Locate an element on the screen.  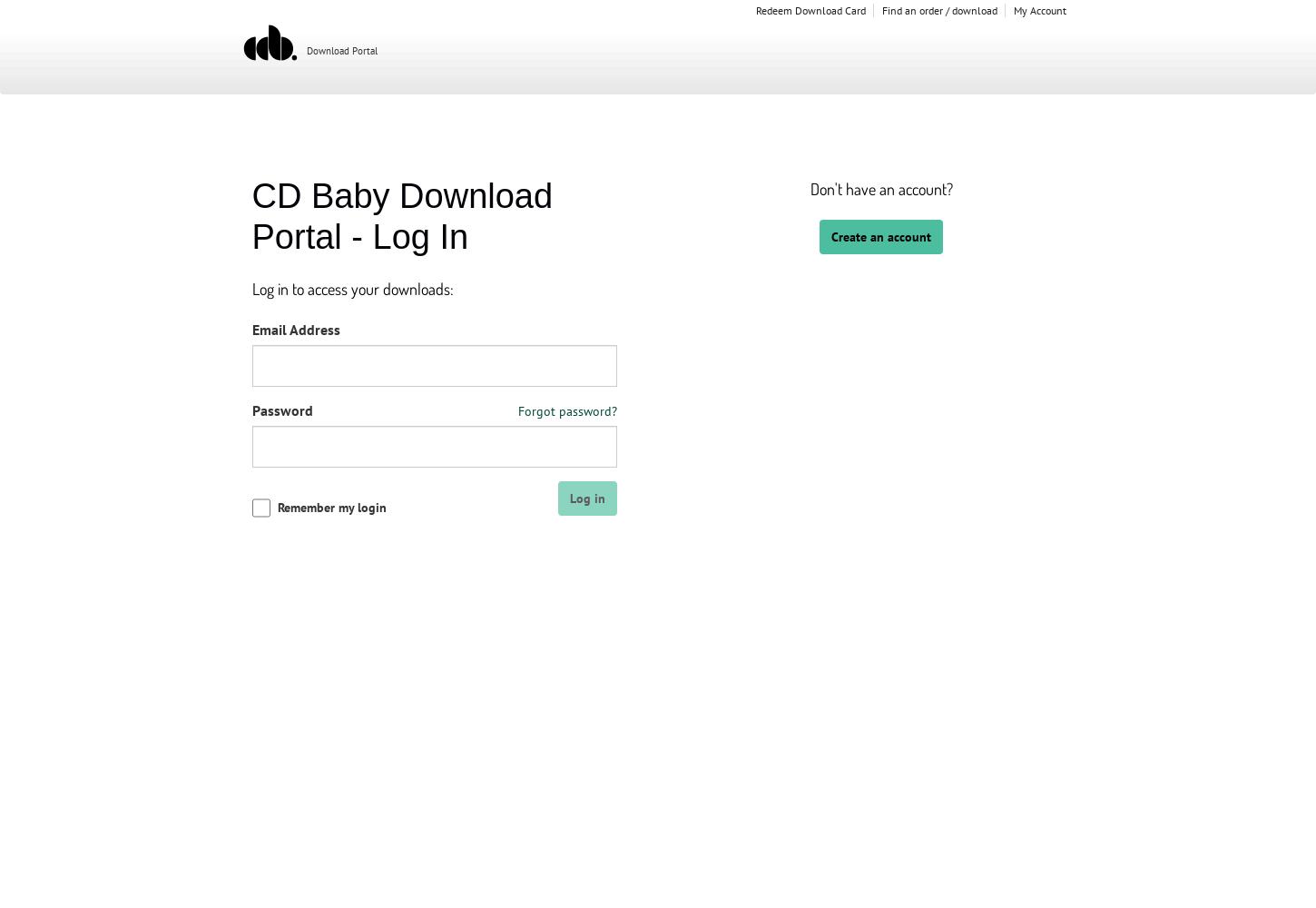
'Create an account' is located at coordinates (881, 237).